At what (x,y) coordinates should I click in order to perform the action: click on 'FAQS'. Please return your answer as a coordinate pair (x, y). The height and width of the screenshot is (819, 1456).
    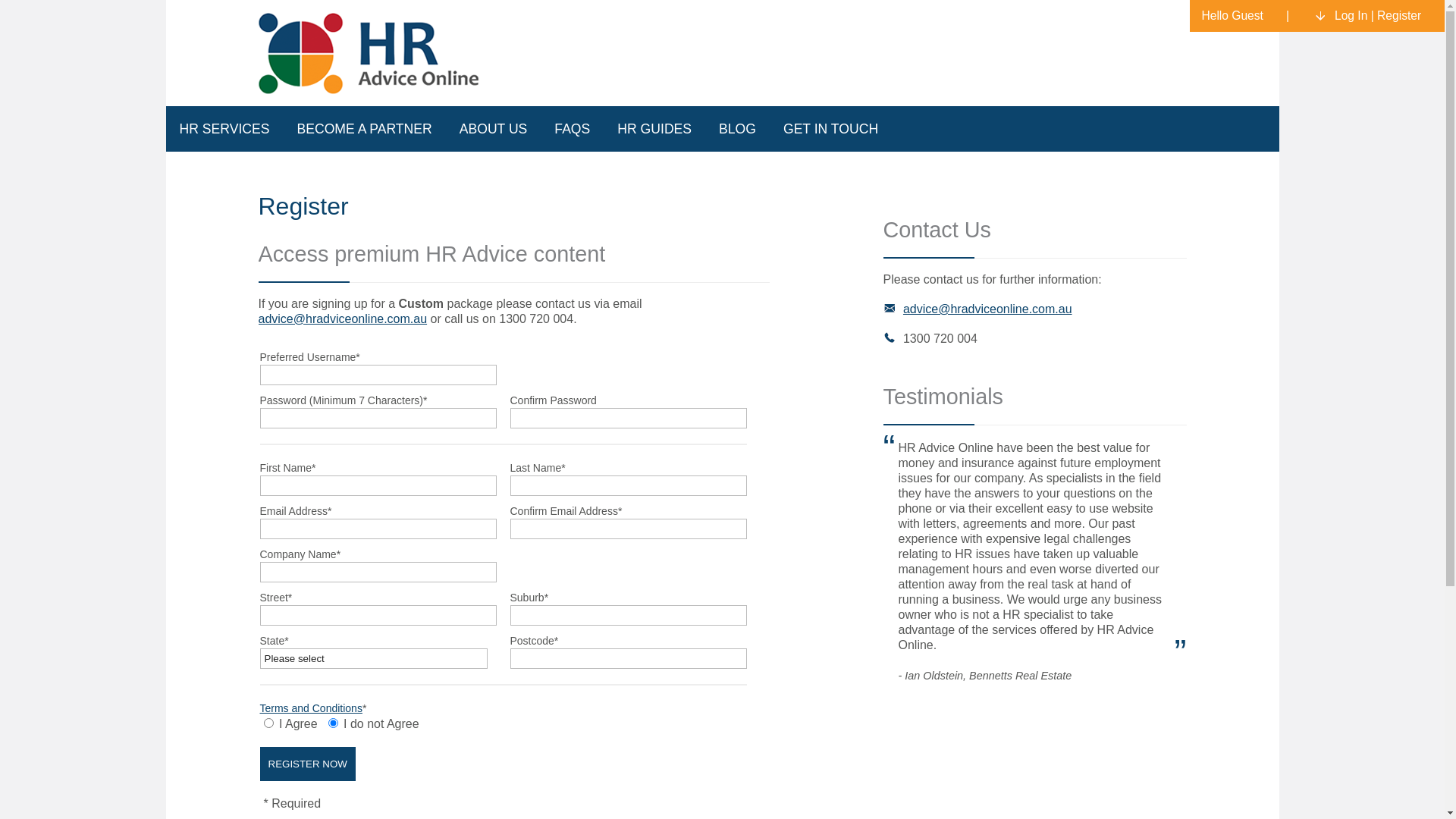
    Looking at the image, I should click on (571, 127).